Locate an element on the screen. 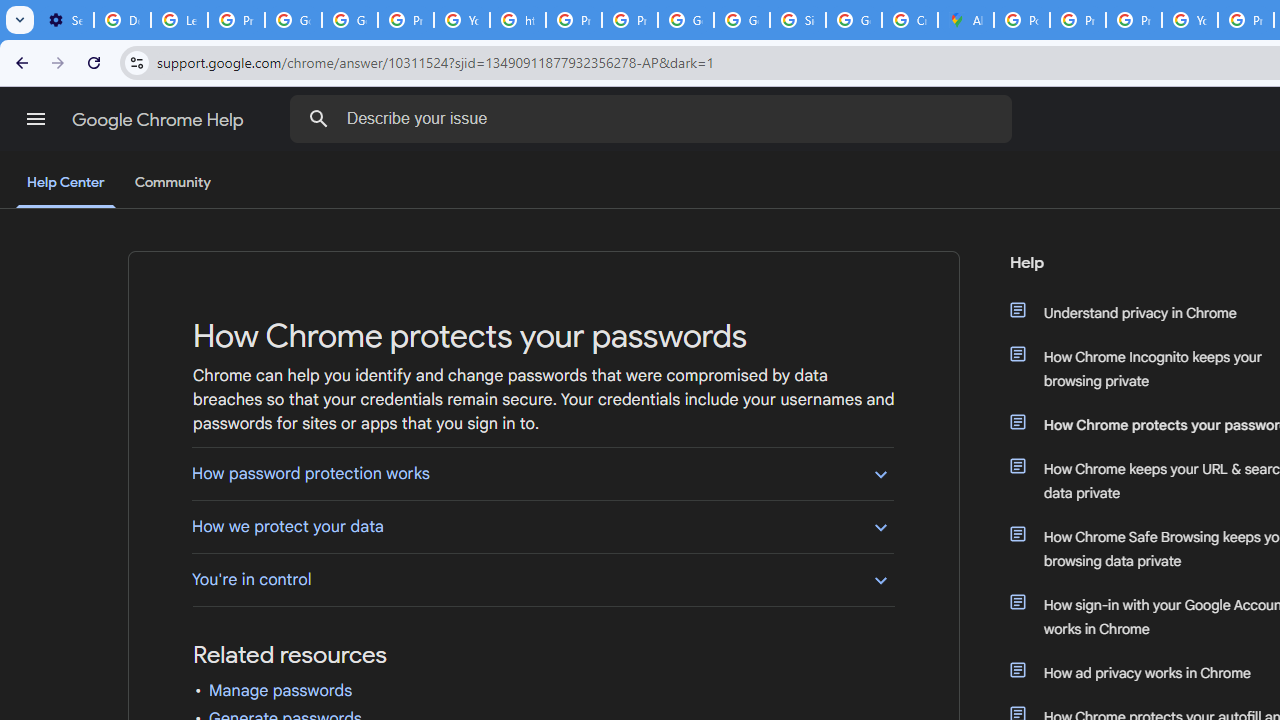 The height and width of the screenshot is (720, 1280). 'Main menu' is located at coordinates (35, 119).